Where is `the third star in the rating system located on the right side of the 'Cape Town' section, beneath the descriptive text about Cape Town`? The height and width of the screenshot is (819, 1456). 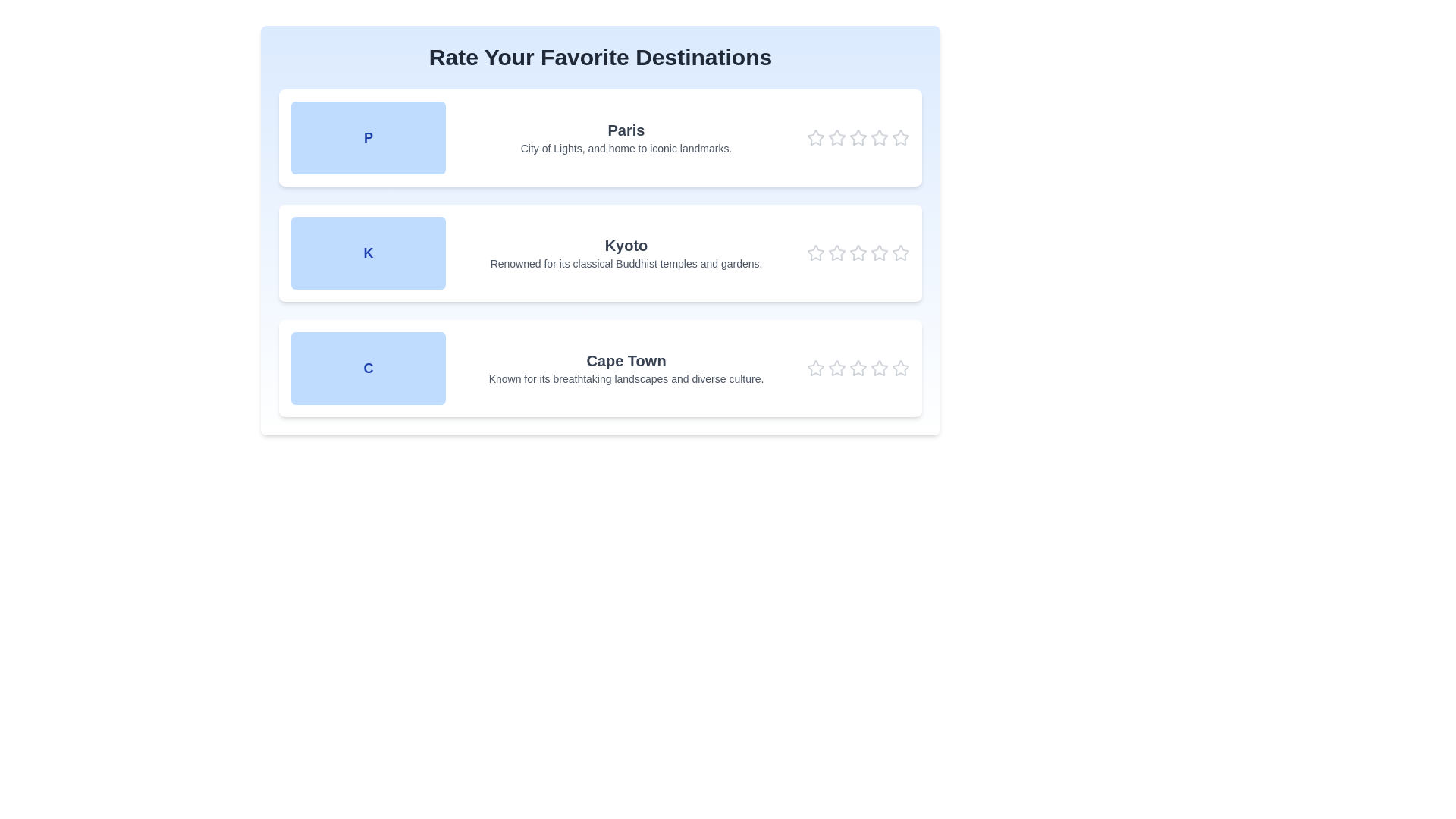
the third star in the rating system located on the right side of the 'Cape Town' section, beneath the descriptive text about Cape Town is located at coordinates (858, 369).